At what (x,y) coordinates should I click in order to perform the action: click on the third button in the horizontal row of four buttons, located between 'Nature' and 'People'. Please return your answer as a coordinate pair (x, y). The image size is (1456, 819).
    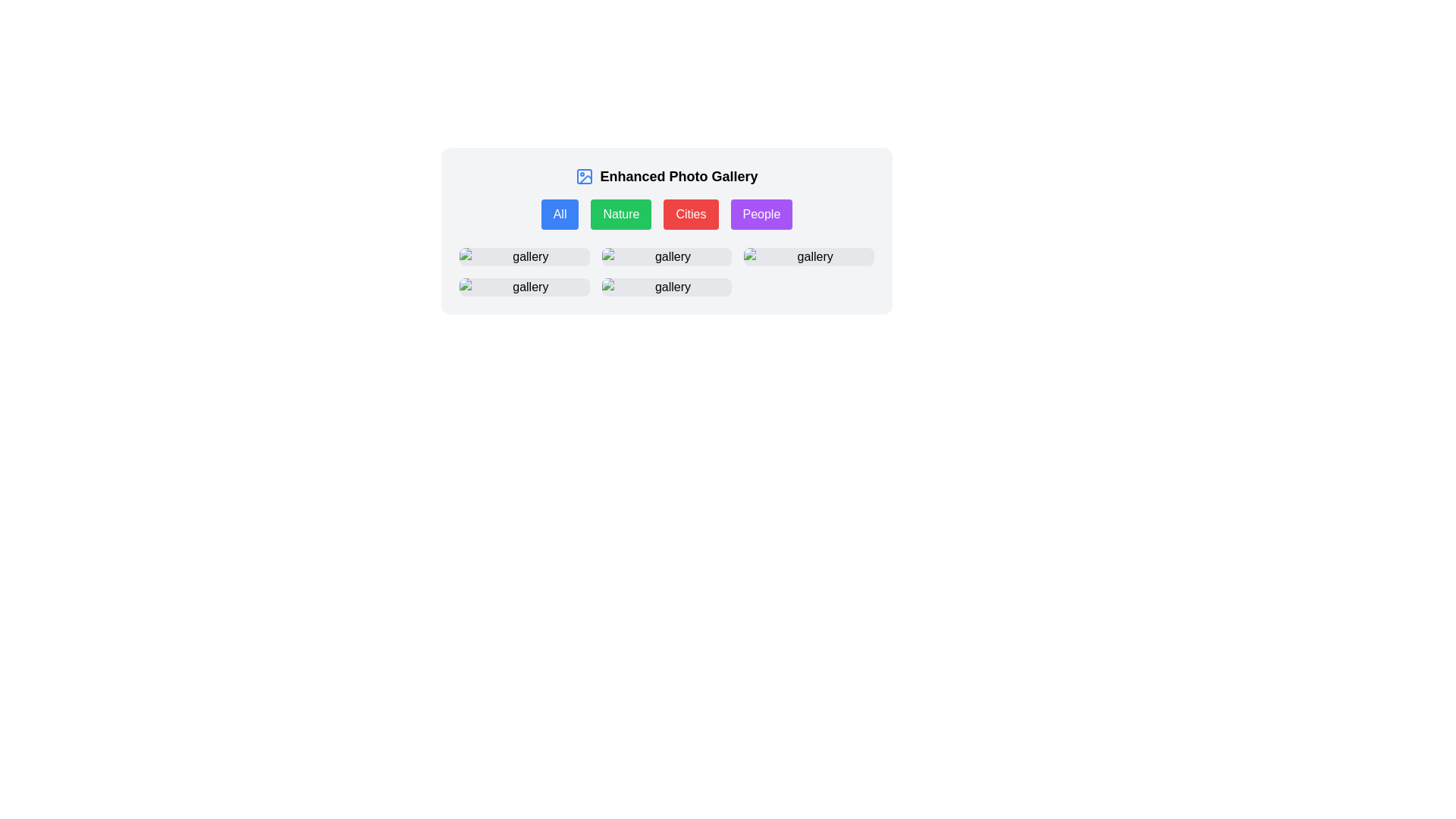
    Looking at the image, I should click on (690, 214).